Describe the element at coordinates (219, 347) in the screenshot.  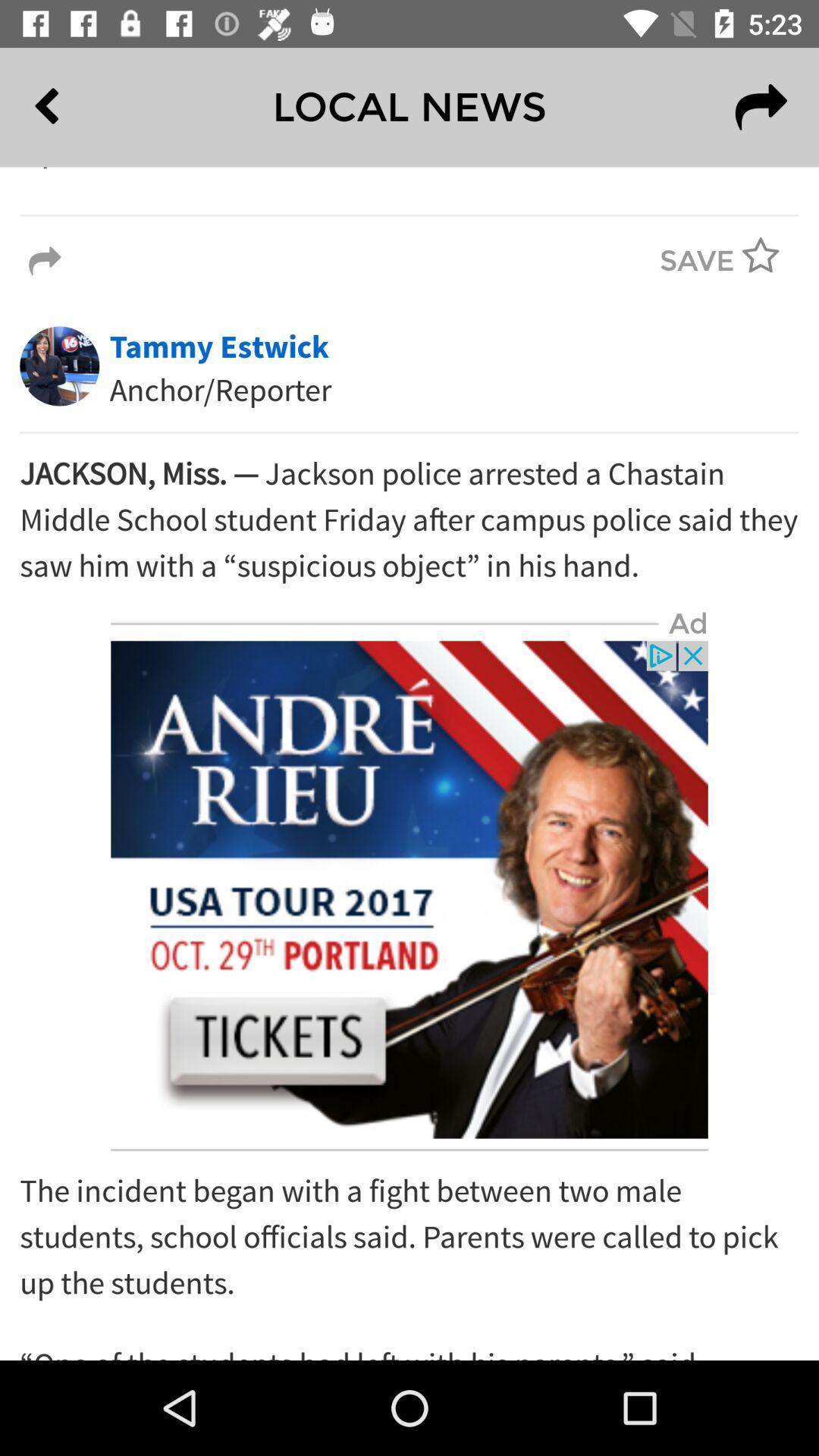
I see `tammy estwick above anchorreporter` at that location.